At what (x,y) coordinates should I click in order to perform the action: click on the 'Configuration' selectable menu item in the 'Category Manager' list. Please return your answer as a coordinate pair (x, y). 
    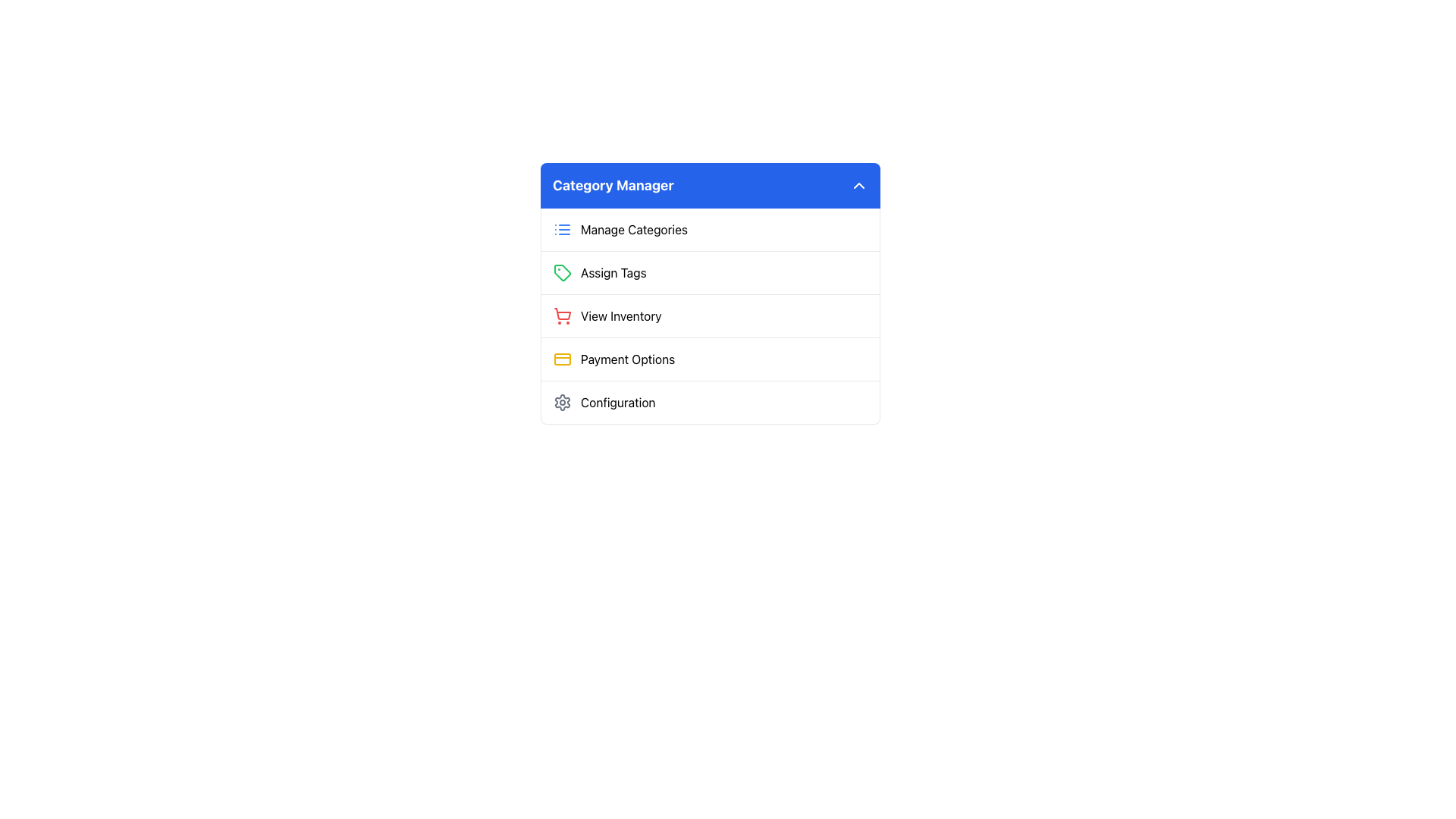
    Looking at the image, I should click on (709, 401).